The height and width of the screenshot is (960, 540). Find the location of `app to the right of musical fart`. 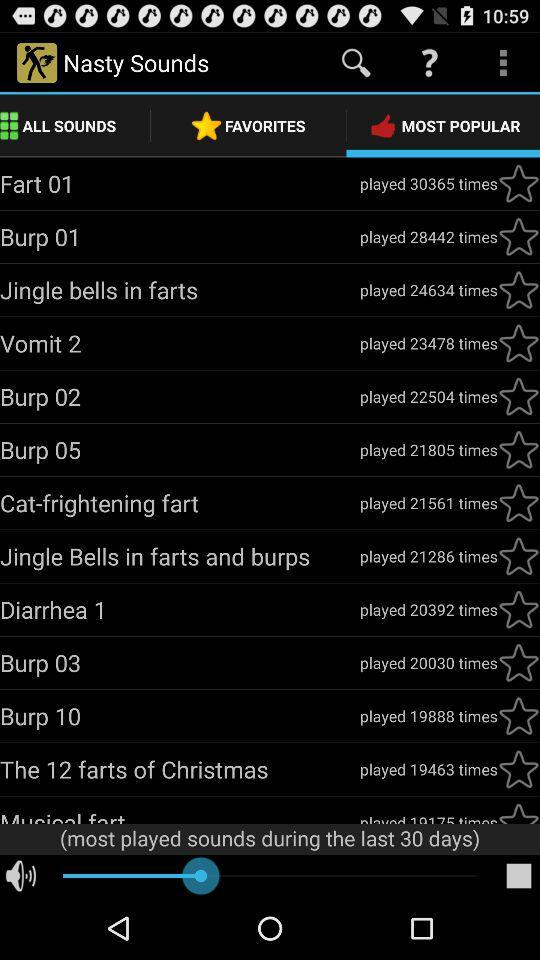

app to the right of musical fart is located at coordinates (427, 817).